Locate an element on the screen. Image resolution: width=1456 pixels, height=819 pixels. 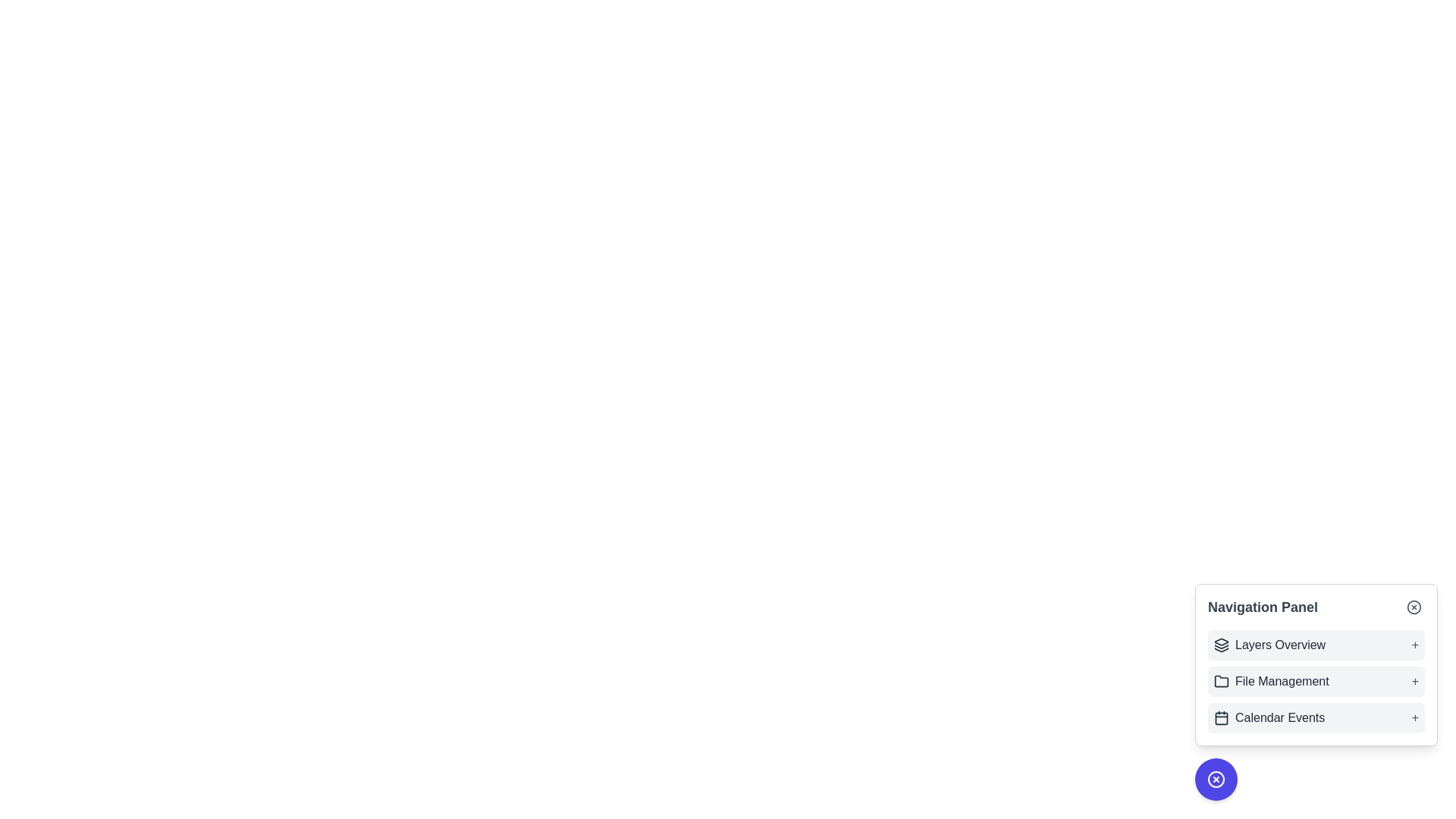
the 'Layers Overview' label in the navigation panel is located at coordinates (1269, 645).